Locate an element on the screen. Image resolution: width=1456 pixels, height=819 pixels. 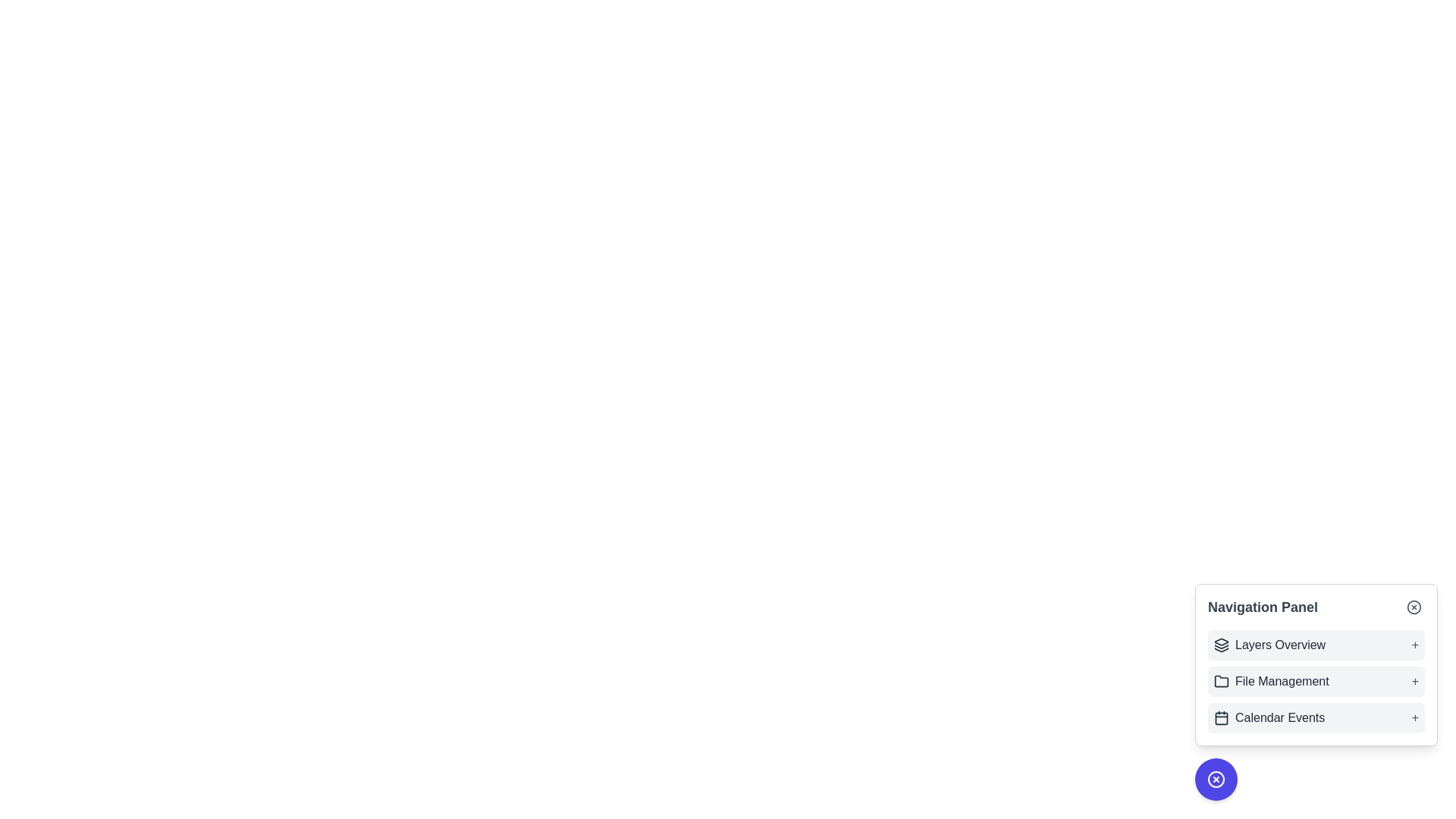
the 'Layers Overview' label in the navigation panel is located at coordinates (1269, 645).